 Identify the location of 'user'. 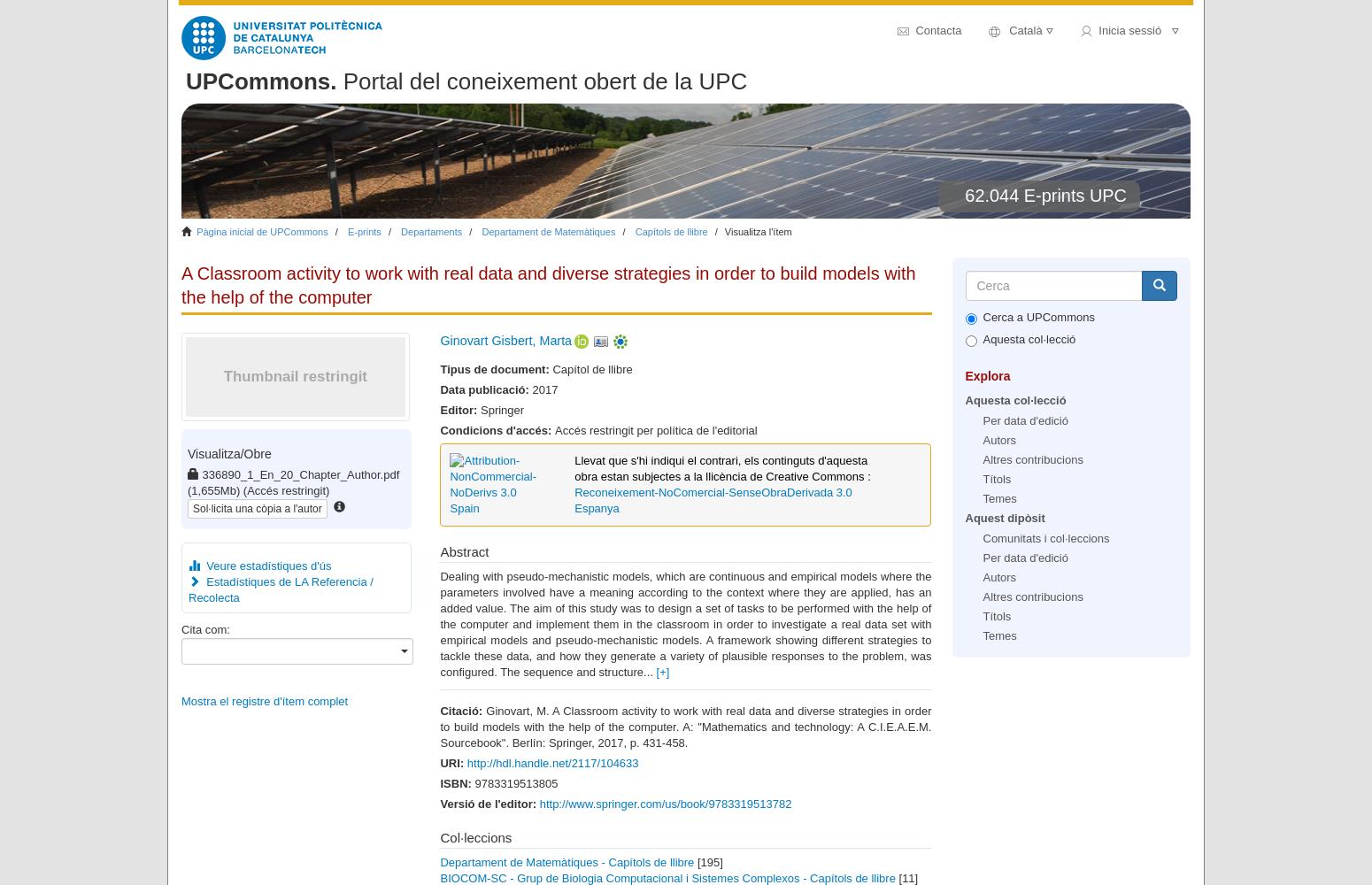
(1086, 31).